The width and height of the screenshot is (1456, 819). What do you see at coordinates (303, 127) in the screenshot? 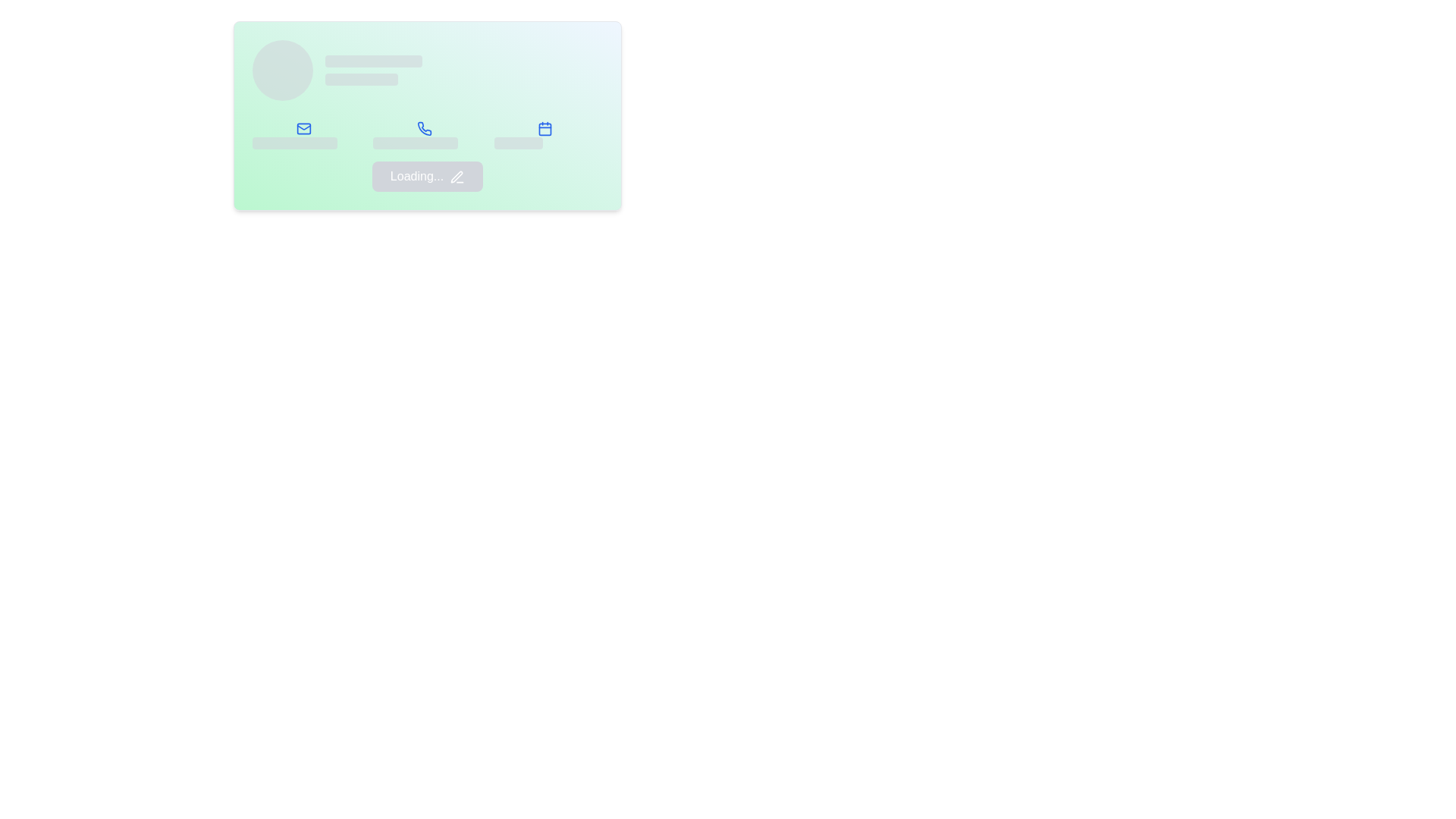
I see `the blue outlined envelope icon located in the middle of the first row of icons` at bounding box center [303, 127].